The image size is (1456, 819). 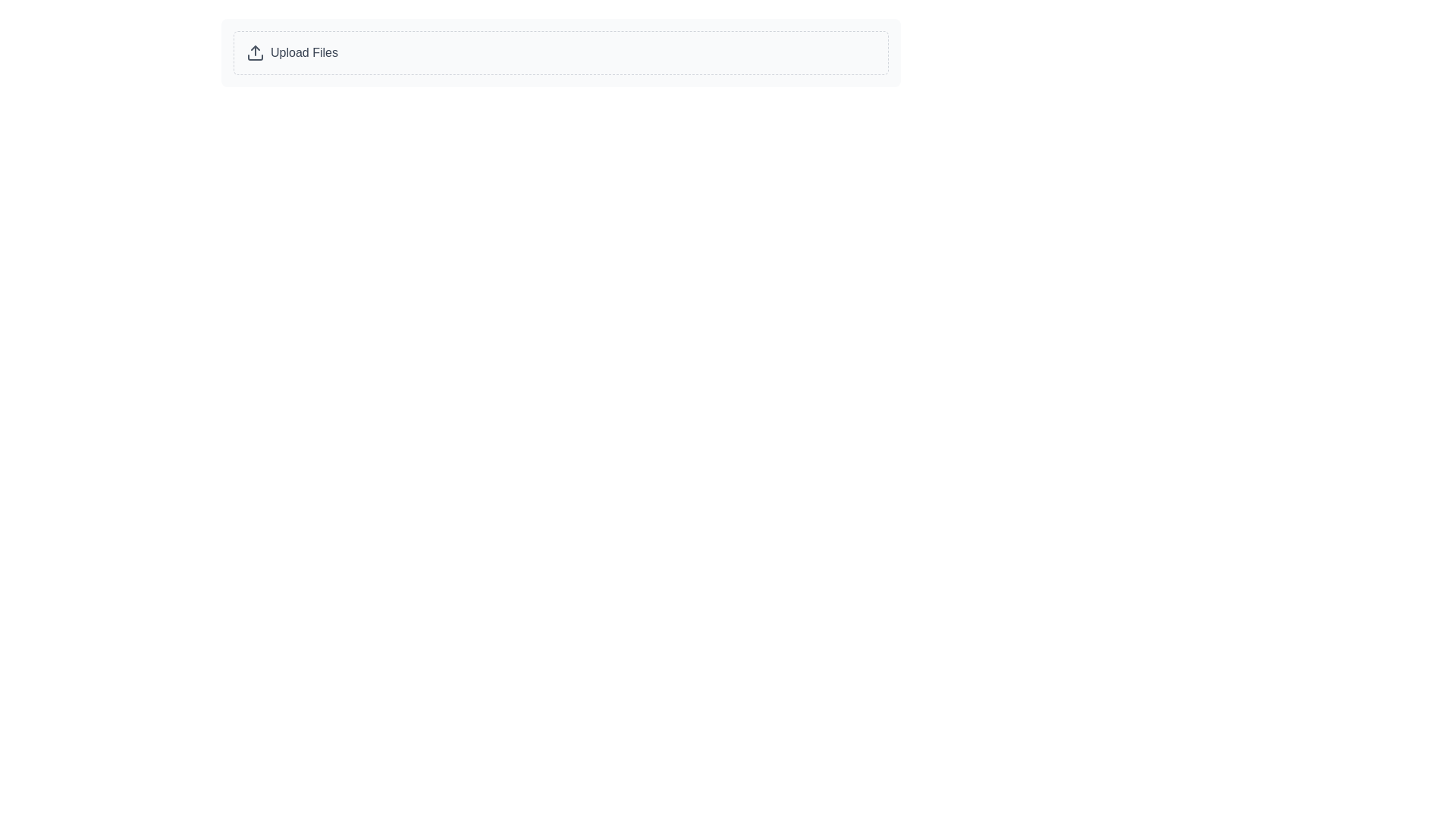 I want to click on descriptive text label associated with the upload functionality located inside a bordered box to the right of the upload icon, so click(x=303, y=52).